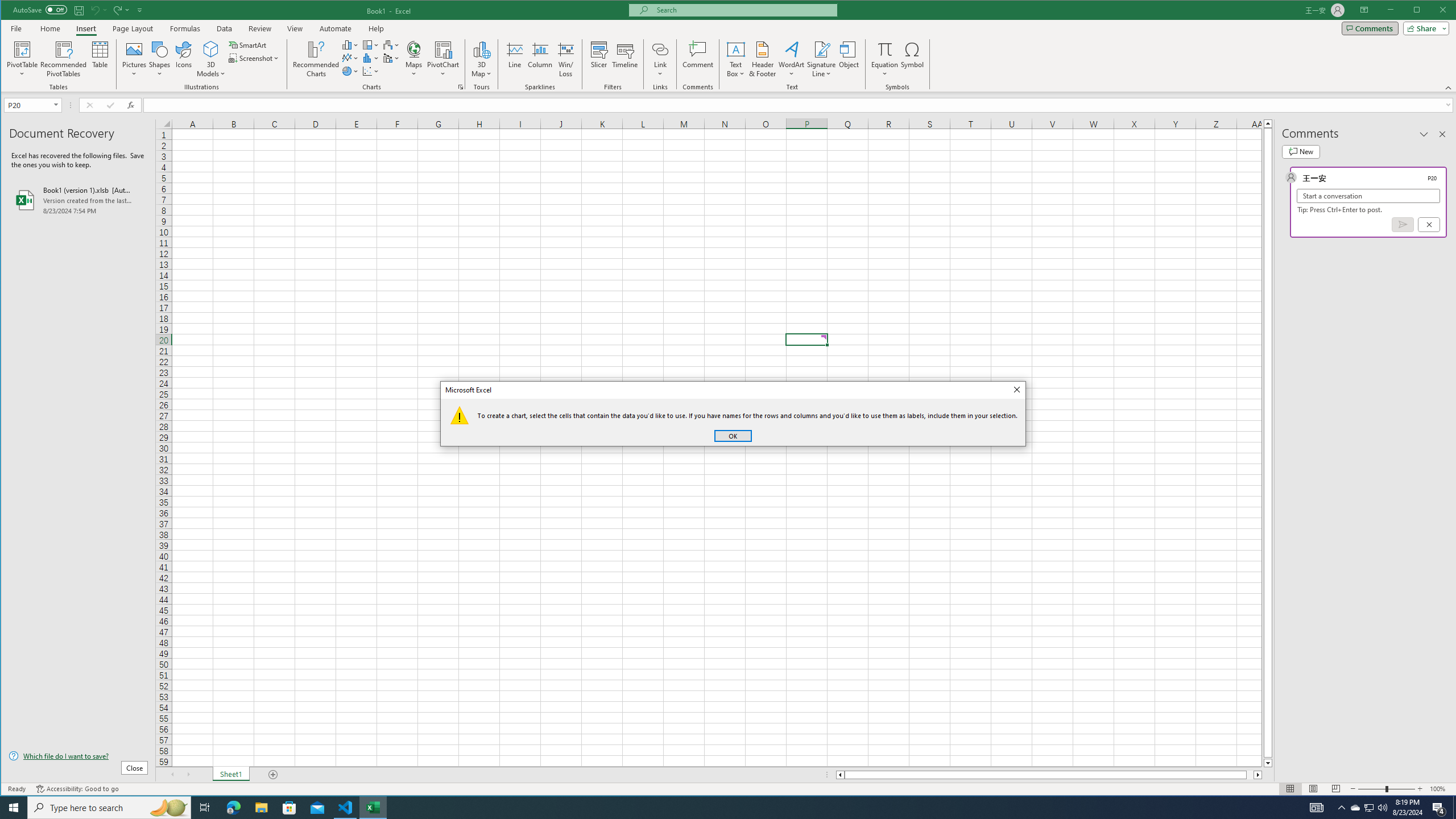 The image size is (1456, 819). What do you see at coordinates (350, 44) in the screenshot?
I see `'Insert Column or Bar Chart'` at bounding box center [350, 44].